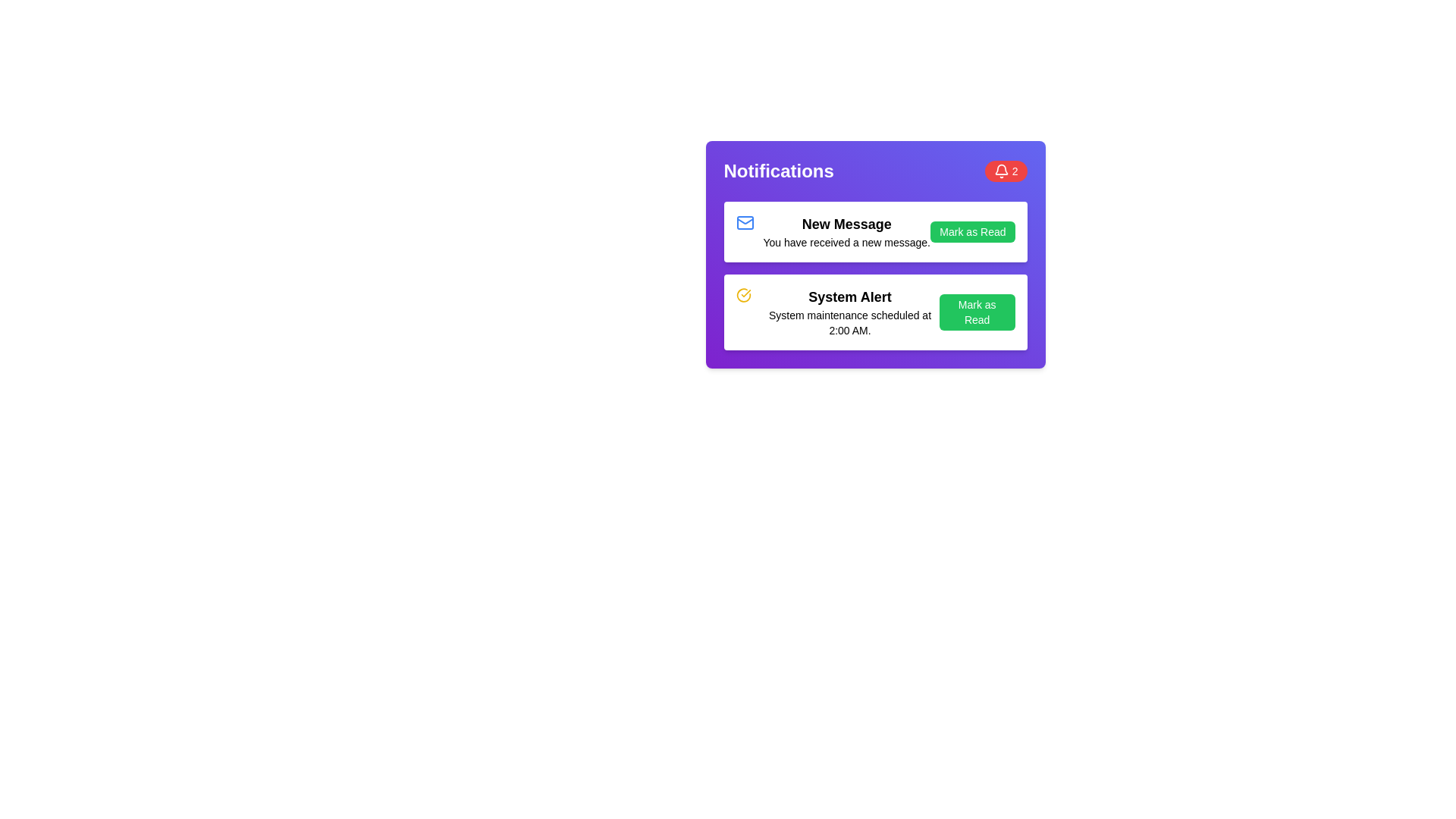  What do you see at coordinates (745, 222) in the screenshot?
I see `the rounded rectangle SVG shape that symbolizes the mail notification` at bounding box center [745, 222].